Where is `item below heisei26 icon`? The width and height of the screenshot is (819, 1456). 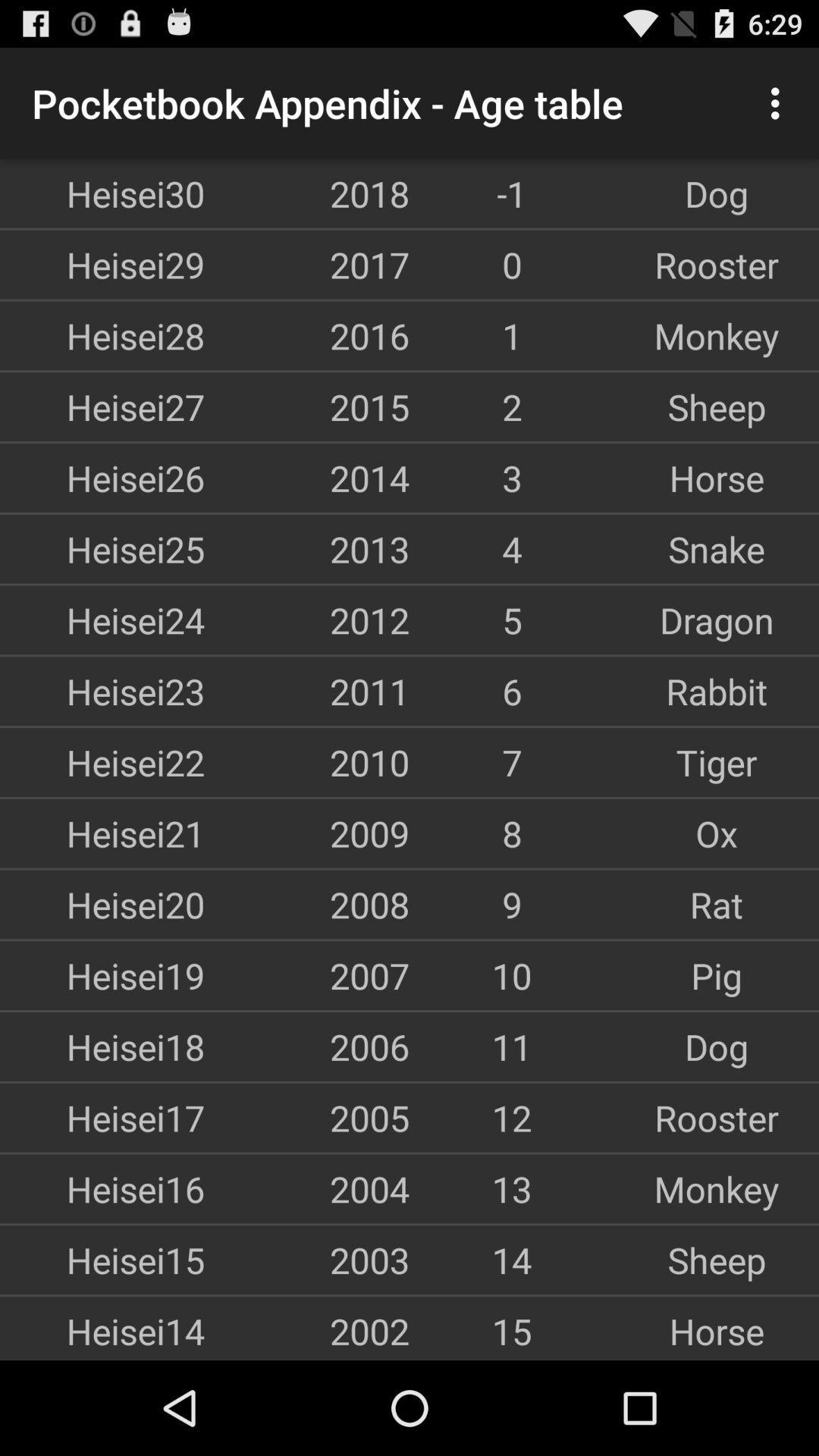
item below heisei26 icon is located at coordinates (102, 548).